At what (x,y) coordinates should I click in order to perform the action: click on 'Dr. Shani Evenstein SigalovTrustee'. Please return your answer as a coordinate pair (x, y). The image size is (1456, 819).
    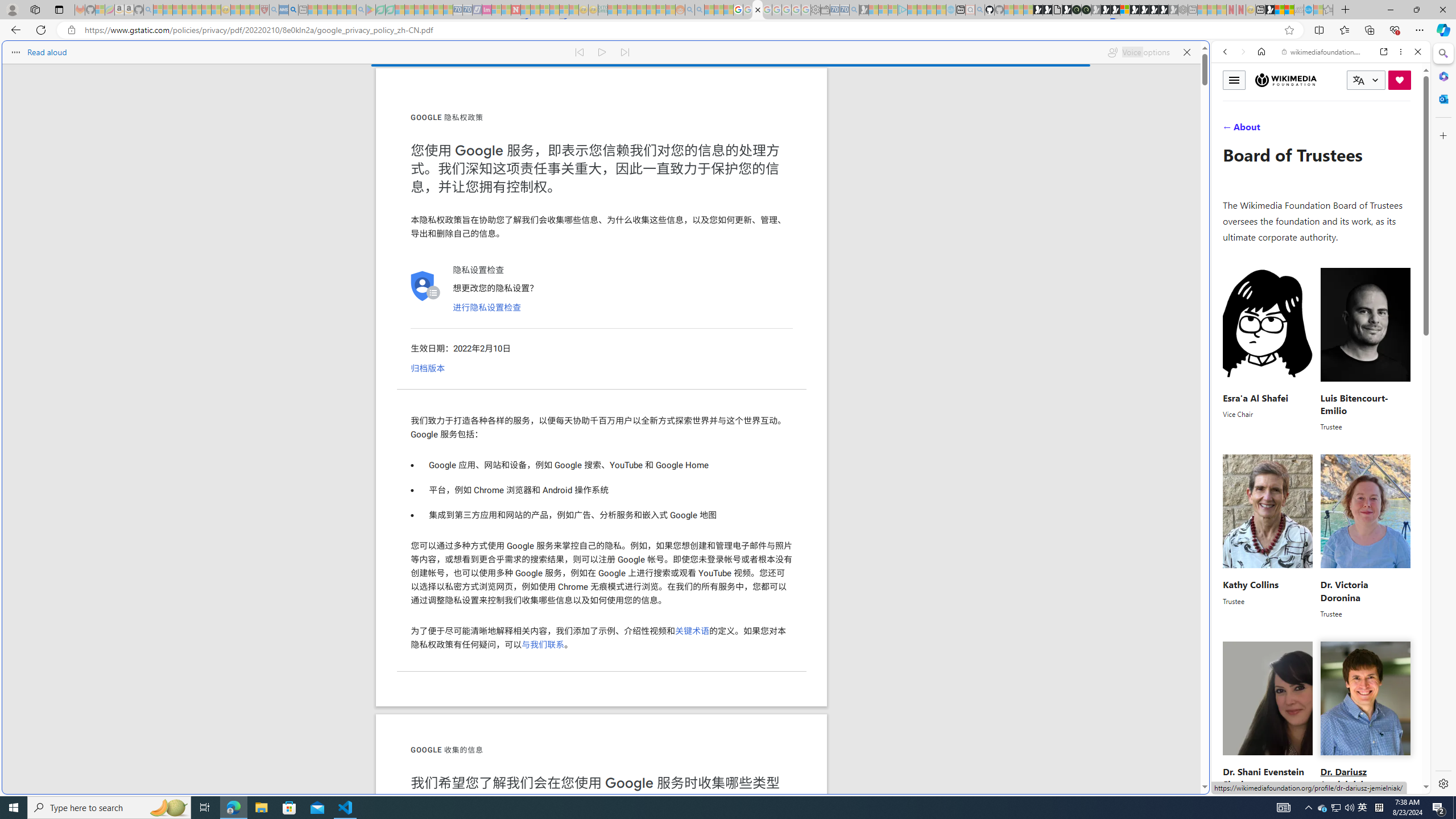
    Looking at the image, I should click on (1268, 723).